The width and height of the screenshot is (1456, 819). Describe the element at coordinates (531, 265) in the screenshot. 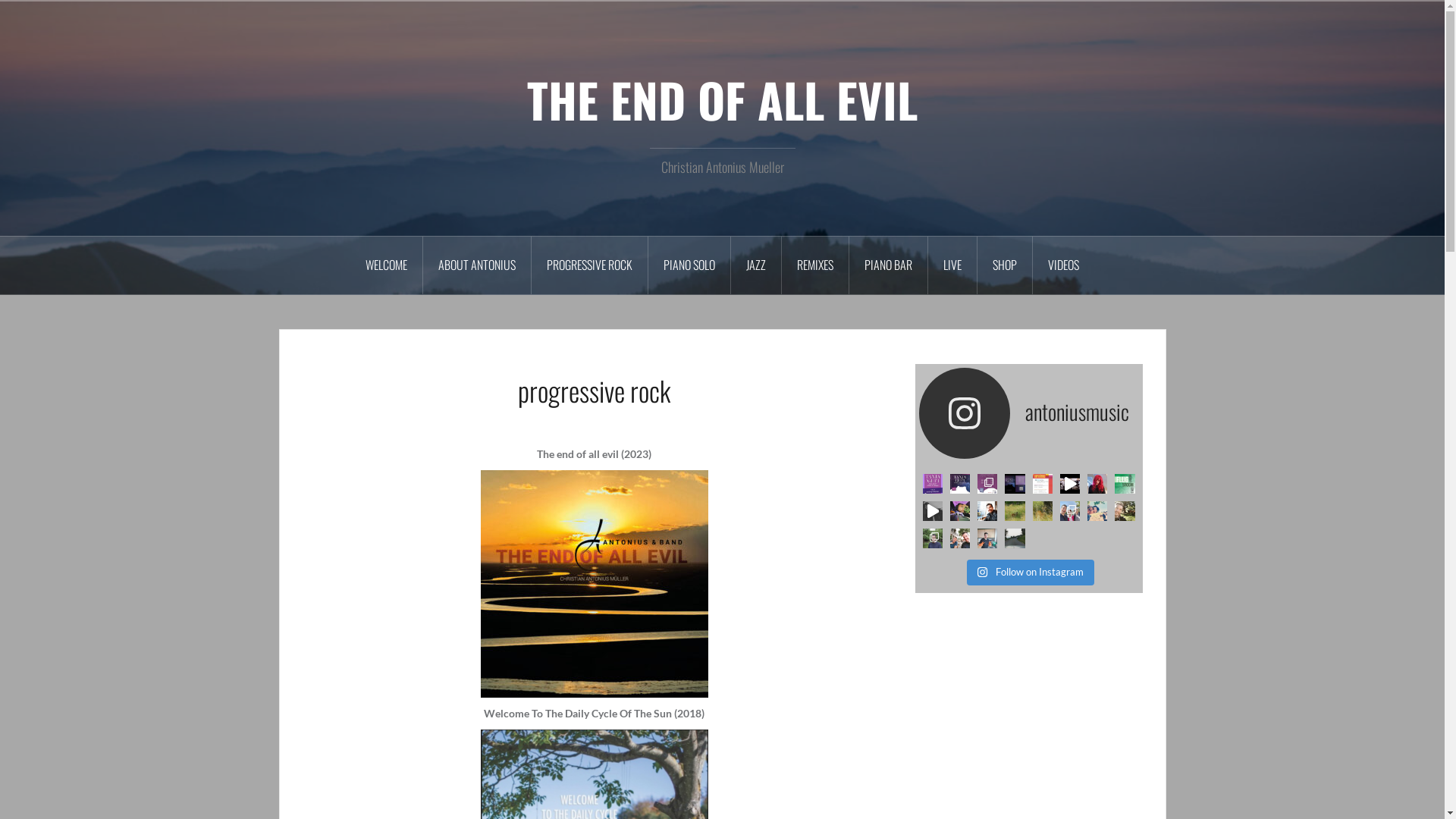

I see `'PROGRESSIVE ROCK'` at that location.